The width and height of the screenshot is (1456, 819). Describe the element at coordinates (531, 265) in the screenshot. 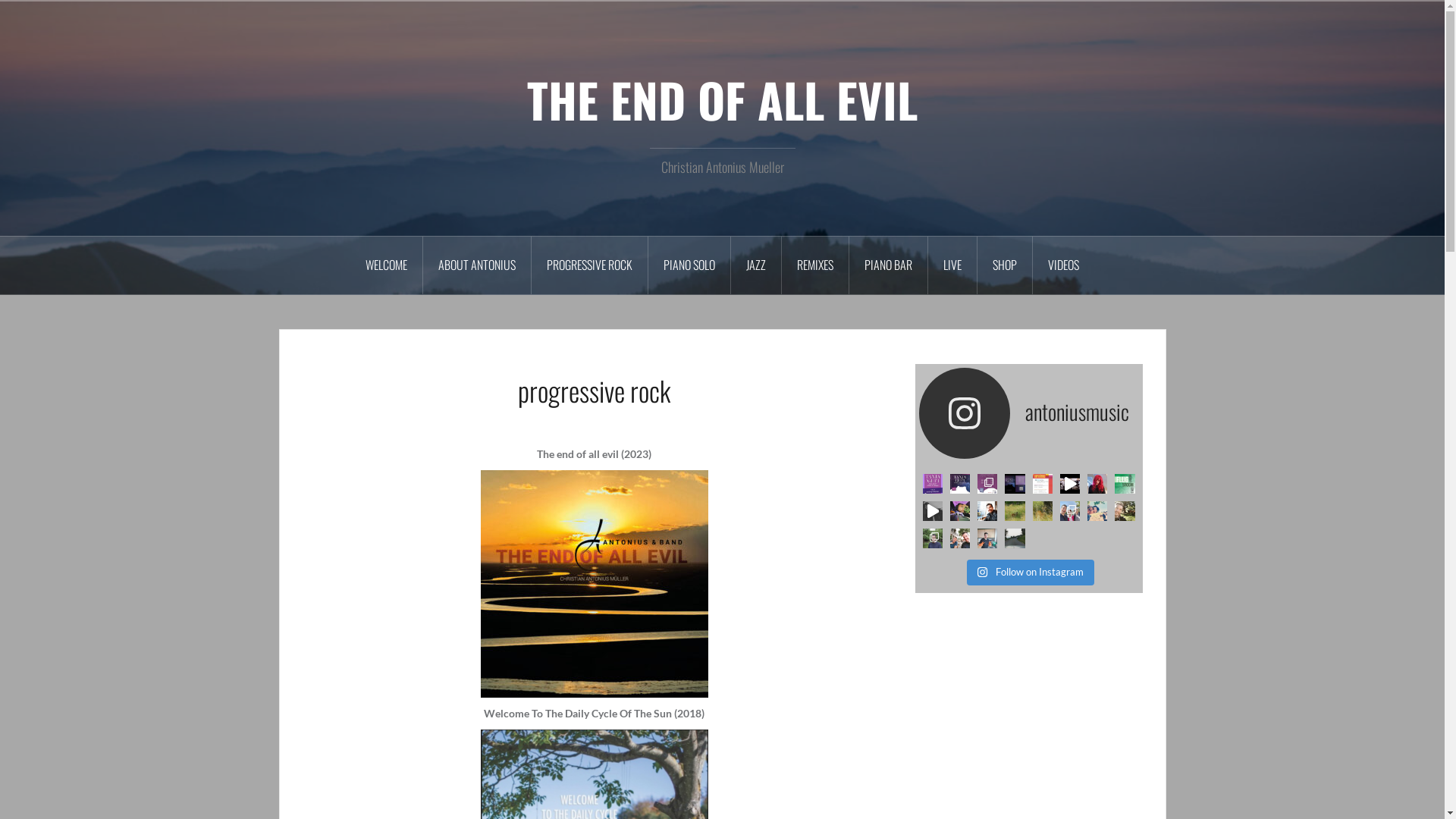

I see `'PROGRESSIVE ROCK'` at that location.